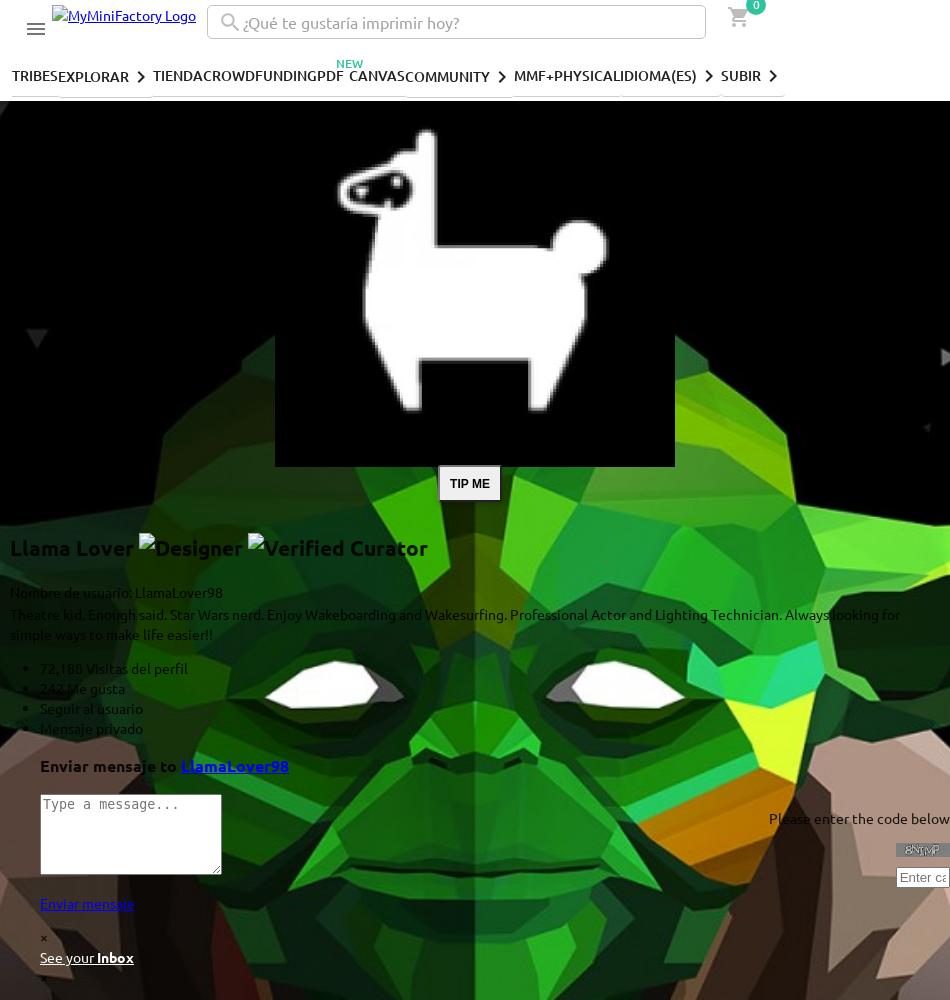 This screenshot has width=950, height=1000. I want to click on 'See your', so click(68, 956).